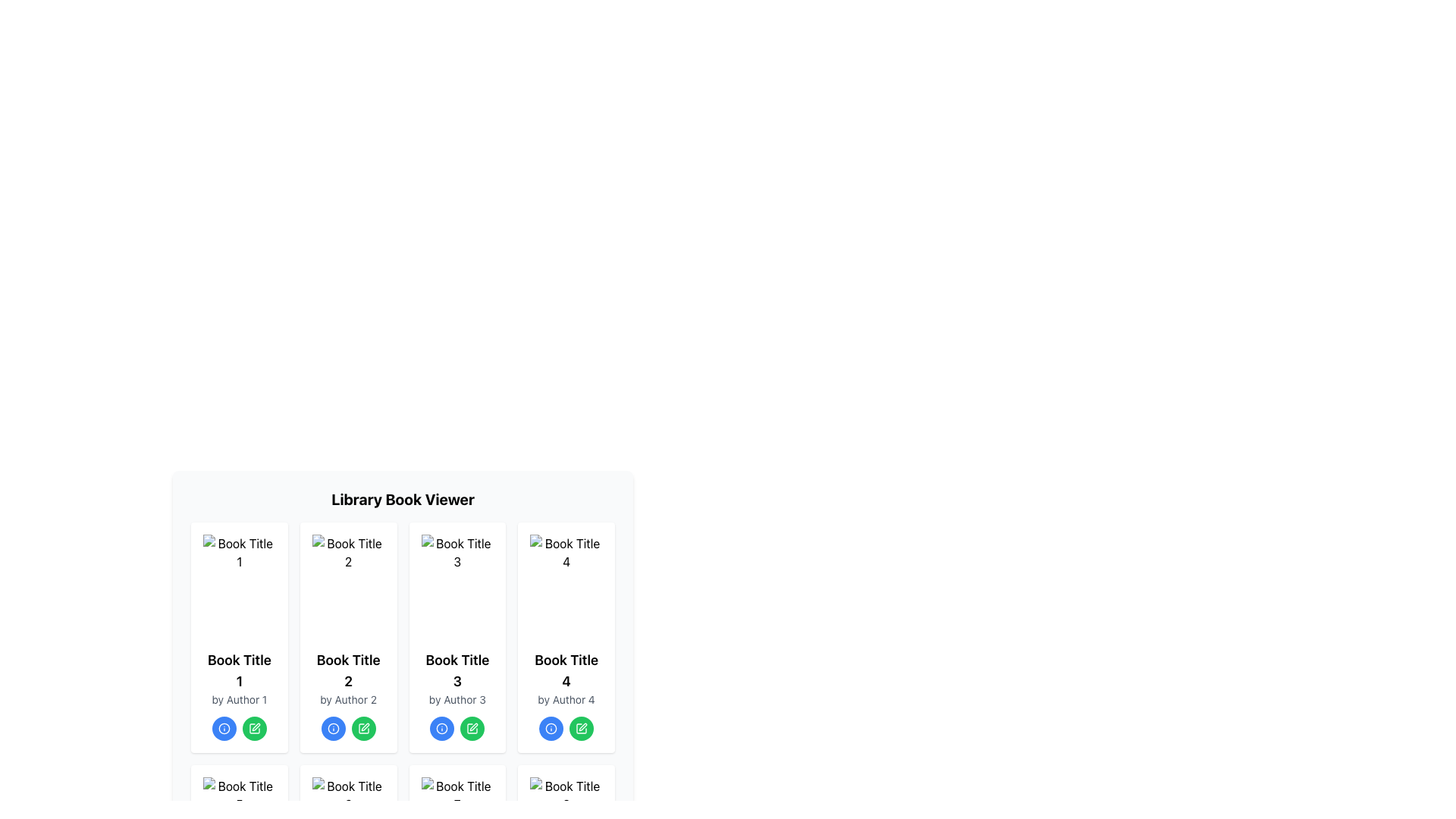 The height and width of the screenshot is (819, 1456). Describe the element at coordinates (441, 727) in the screenshot. I see `the button located at the bottom left corner of the third card in a grid of four cards, beneath the 'Book Title 3' text and to the left of the green pencil icon button` at that location.